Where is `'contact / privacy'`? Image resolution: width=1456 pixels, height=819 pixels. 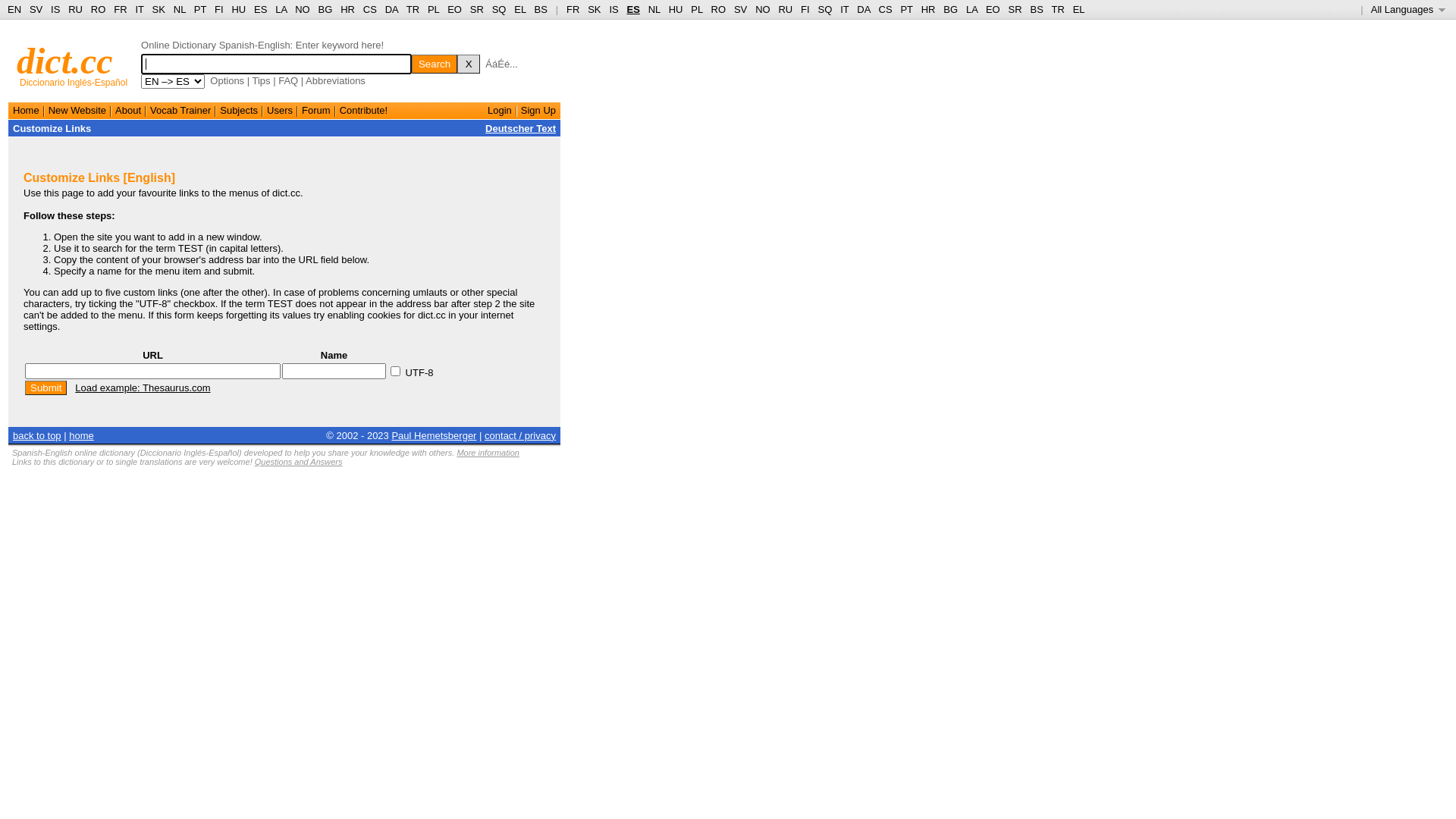 'contact / privacy' is located at coordinates (520, 435).